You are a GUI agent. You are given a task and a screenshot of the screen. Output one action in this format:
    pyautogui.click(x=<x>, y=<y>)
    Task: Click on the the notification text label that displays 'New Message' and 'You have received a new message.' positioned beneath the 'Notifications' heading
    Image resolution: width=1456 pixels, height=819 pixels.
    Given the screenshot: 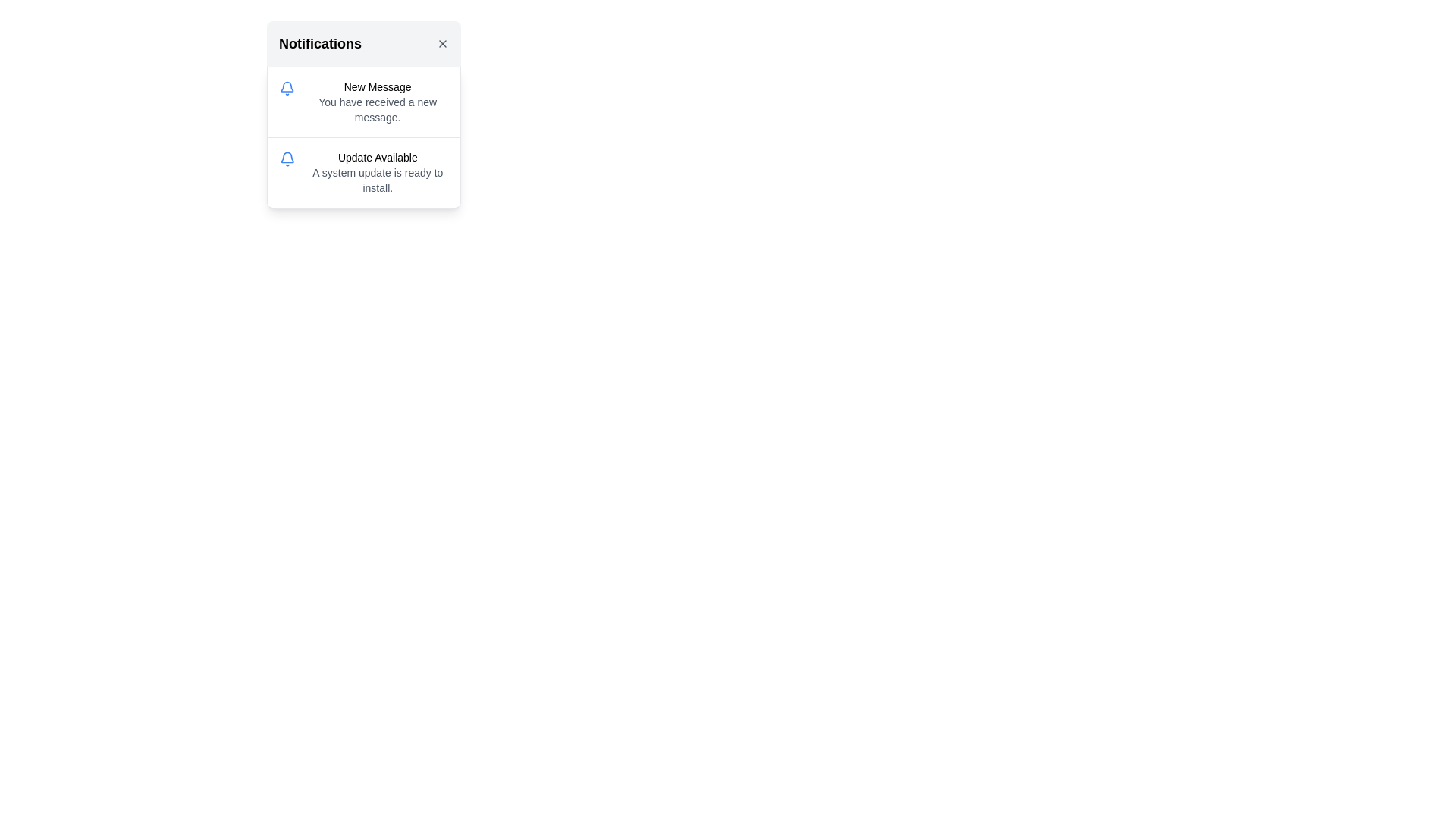 What is the action you would take?
    pyautogui.click(x=378, y=102)
    